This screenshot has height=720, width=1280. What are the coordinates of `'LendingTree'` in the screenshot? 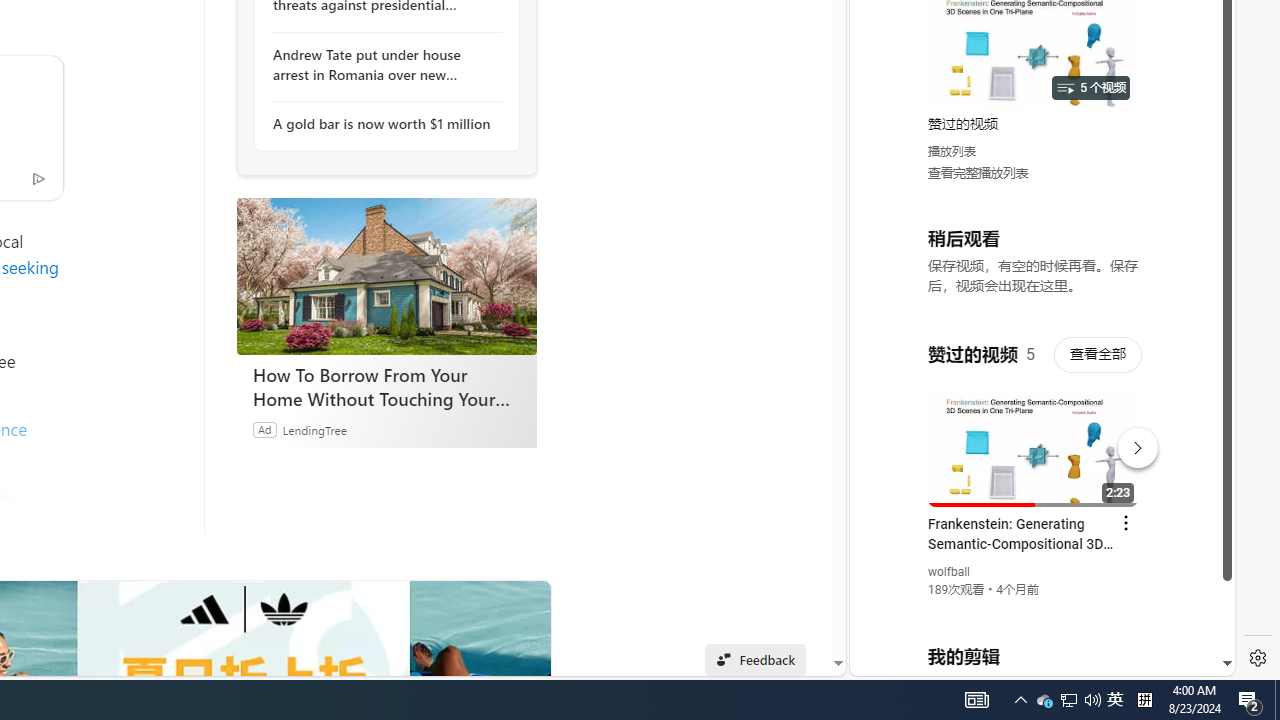 It's located at (313, 428).